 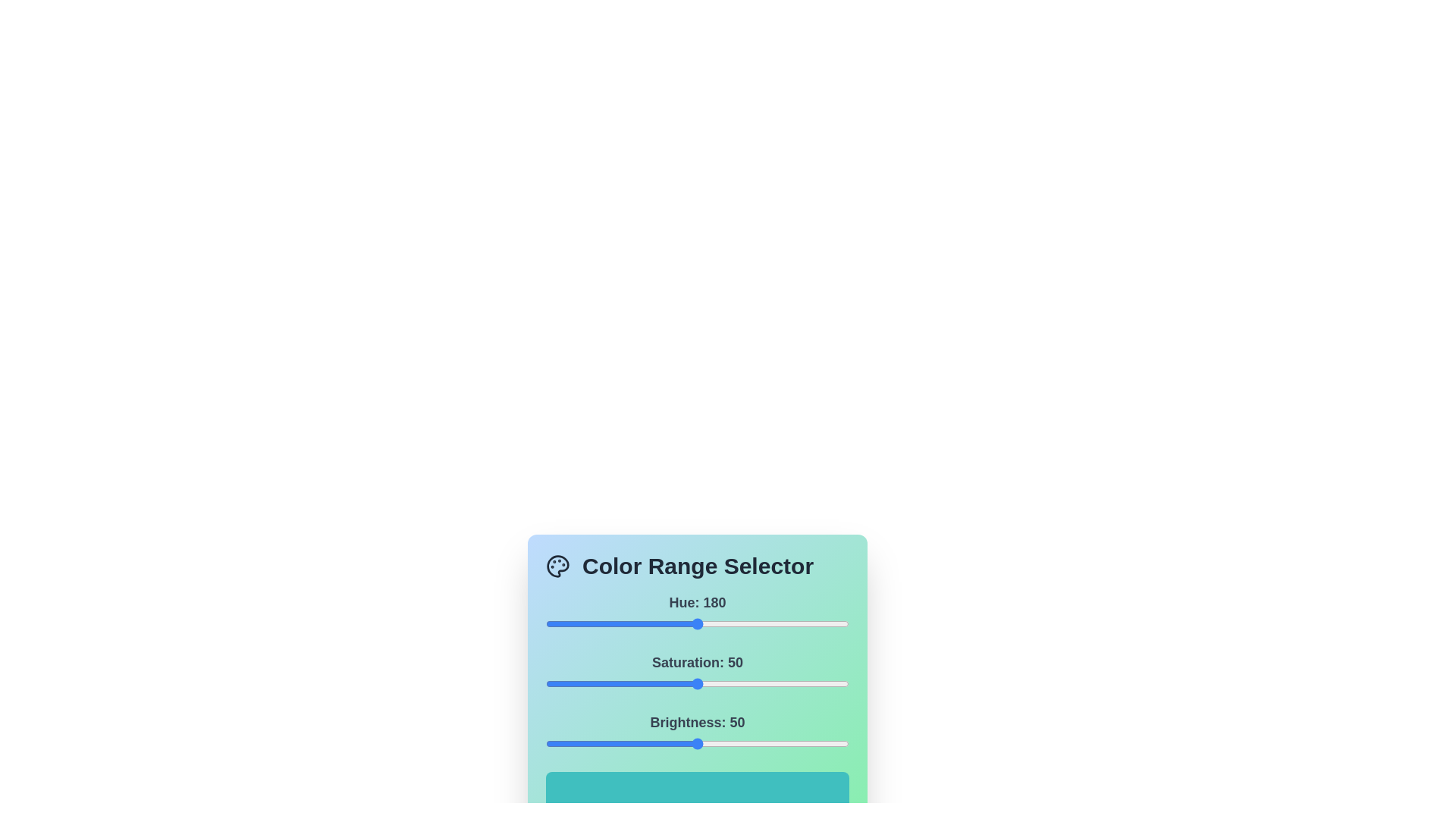 I want to click on the 1 slider to 75, so click(x=773, y=684).